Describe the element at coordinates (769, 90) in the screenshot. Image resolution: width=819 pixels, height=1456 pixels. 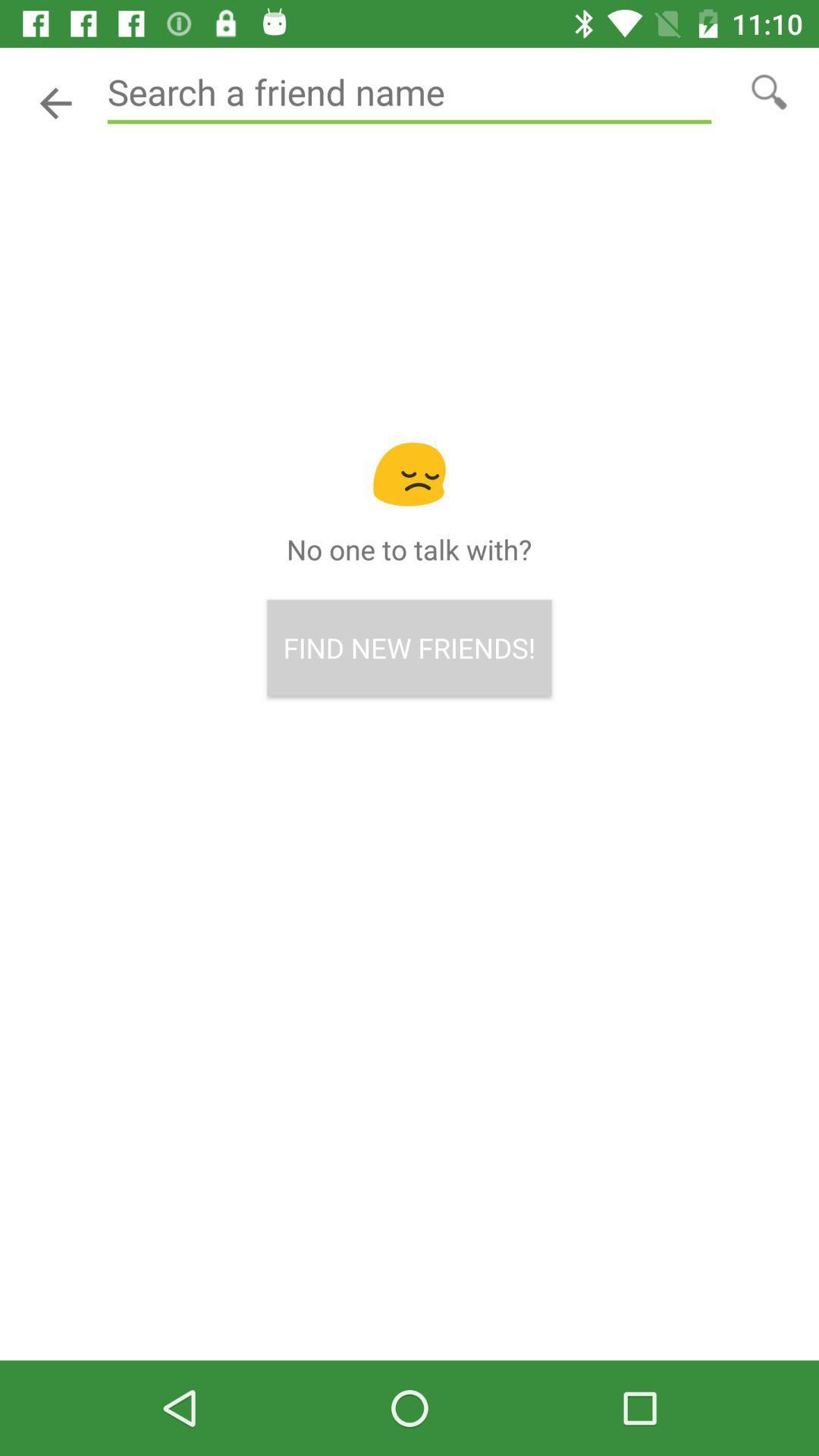
I see `search for items` at that location.